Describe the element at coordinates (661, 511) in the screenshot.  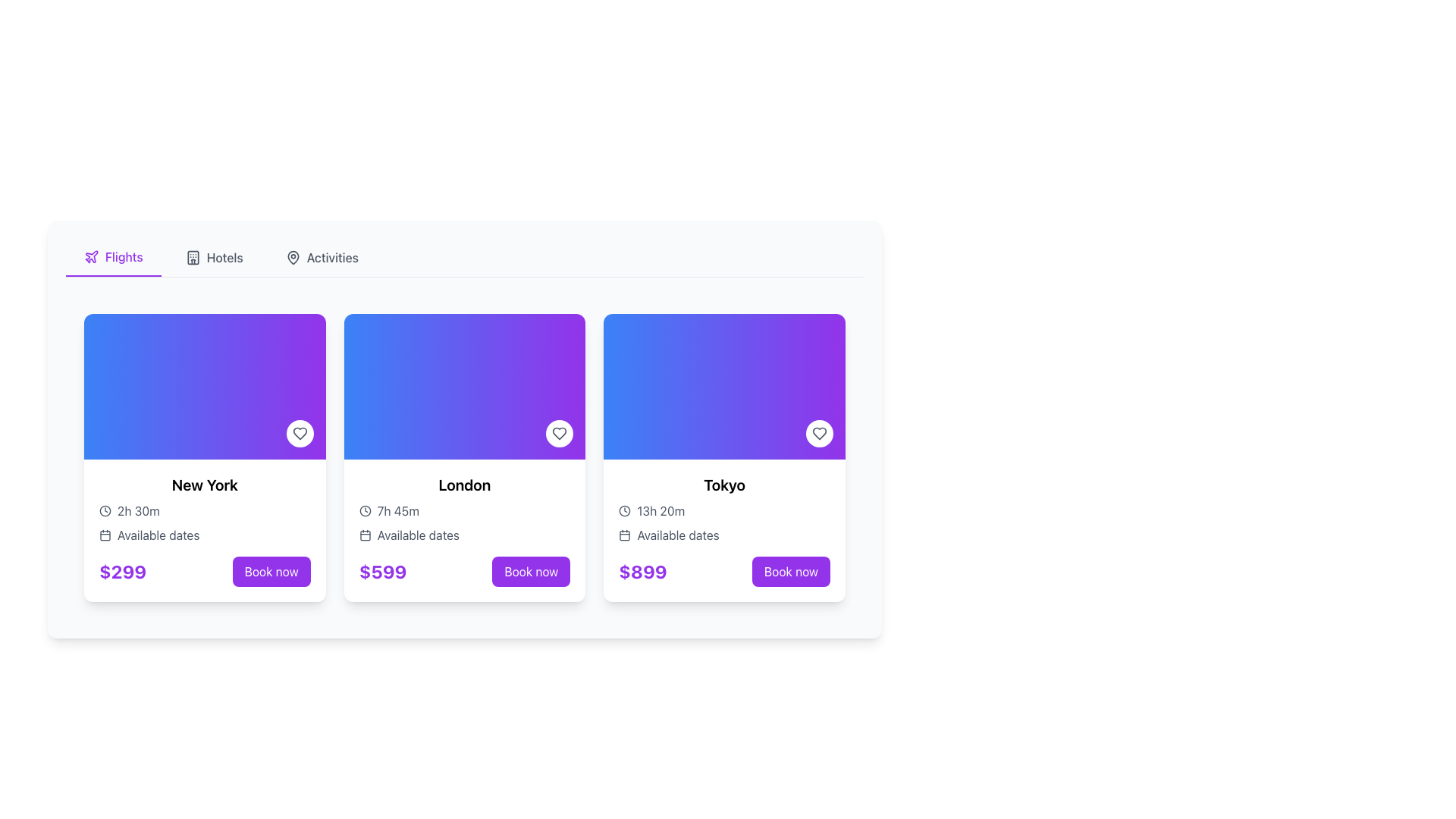
I see `the text label displaying the flight duration to Tokyo, which is located below the destination title and above the available dates text, adjacent to a clock icon` at that location.